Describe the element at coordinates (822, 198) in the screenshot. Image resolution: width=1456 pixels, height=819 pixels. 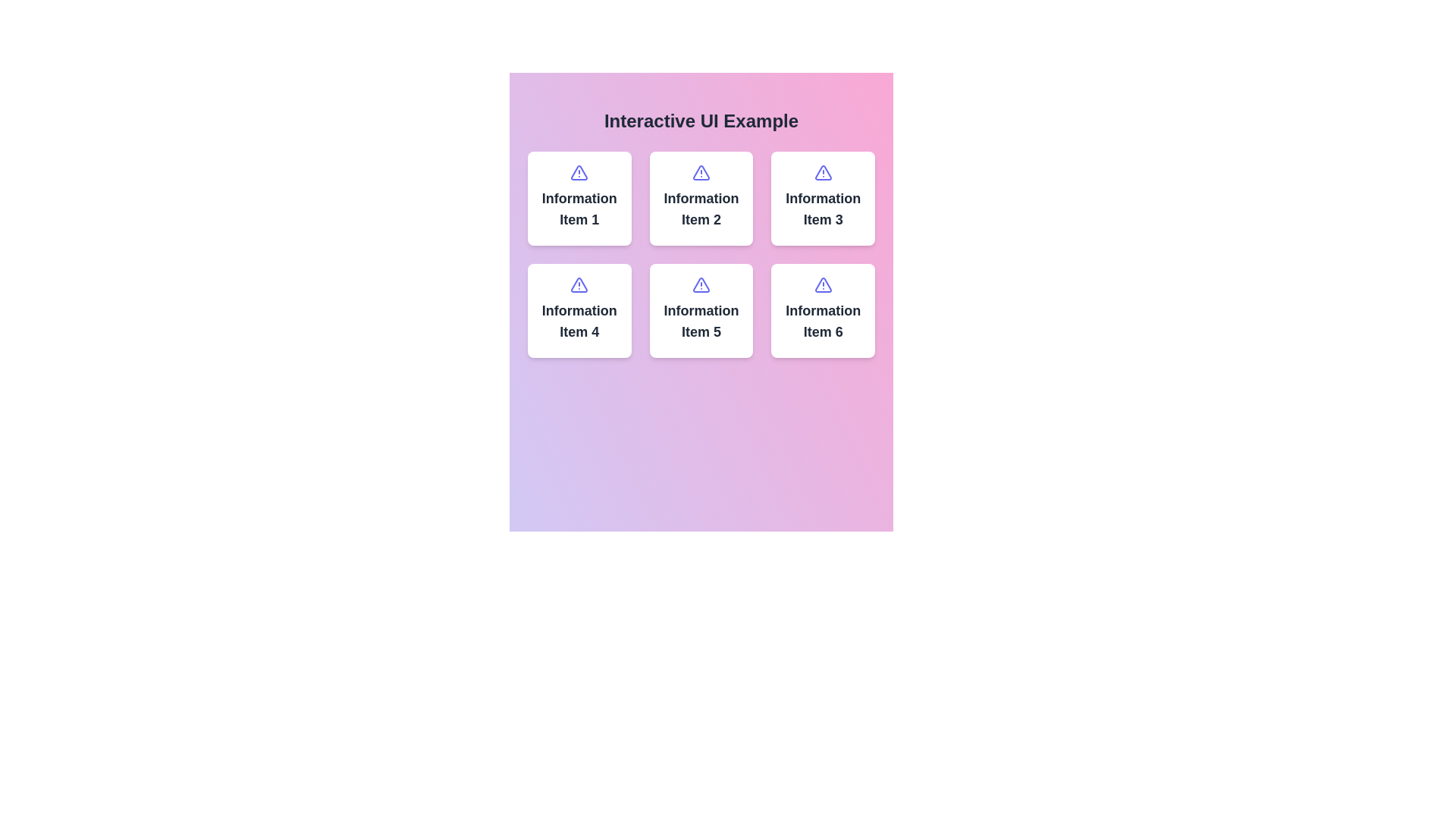
I see `the information card located in the first row, third column of the grid layout` at that location.